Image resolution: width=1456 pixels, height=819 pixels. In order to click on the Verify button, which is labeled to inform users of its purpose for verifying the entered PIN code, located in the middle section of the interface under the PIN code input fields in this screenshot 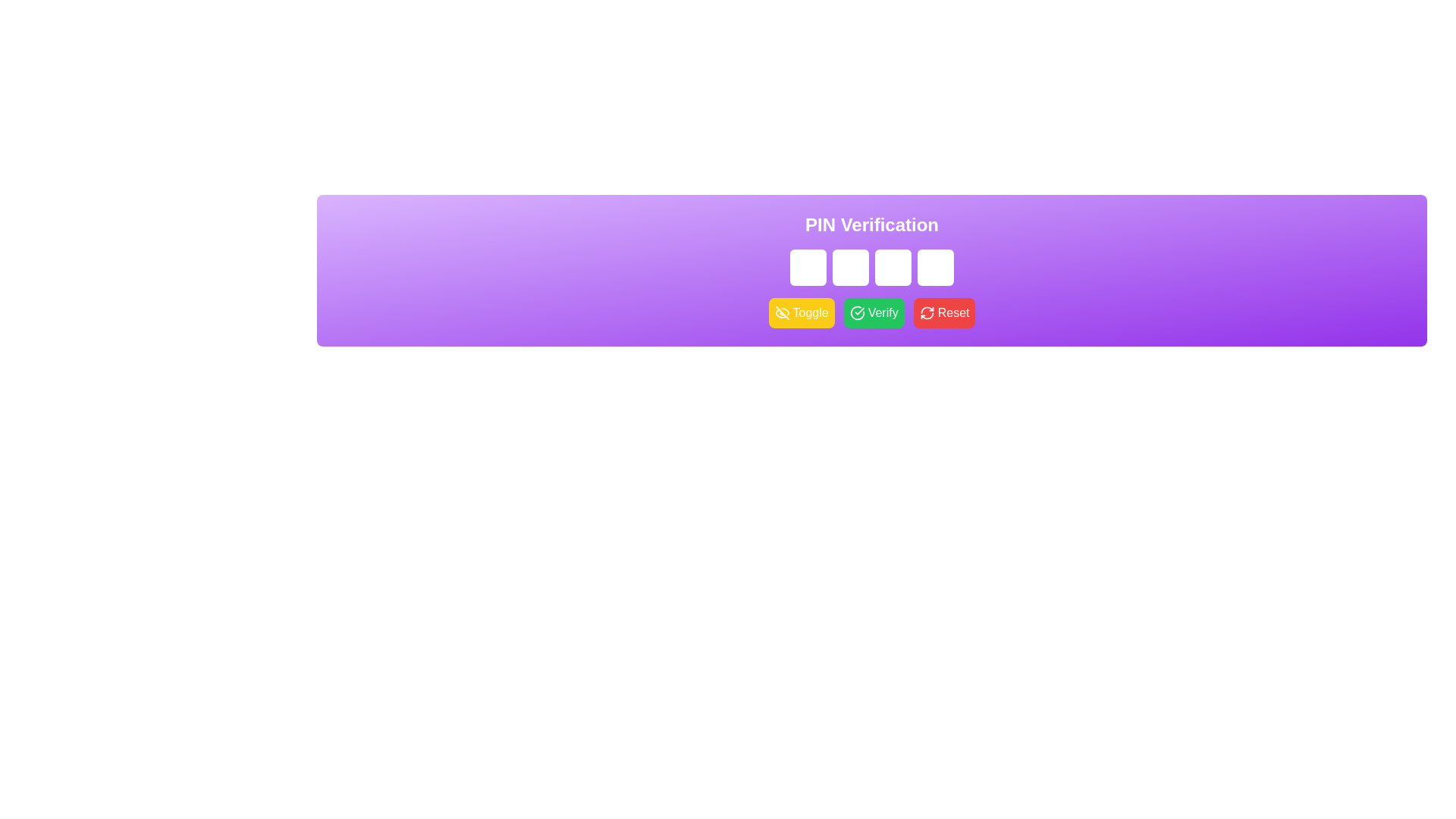, I will do `click(883, 312)`.